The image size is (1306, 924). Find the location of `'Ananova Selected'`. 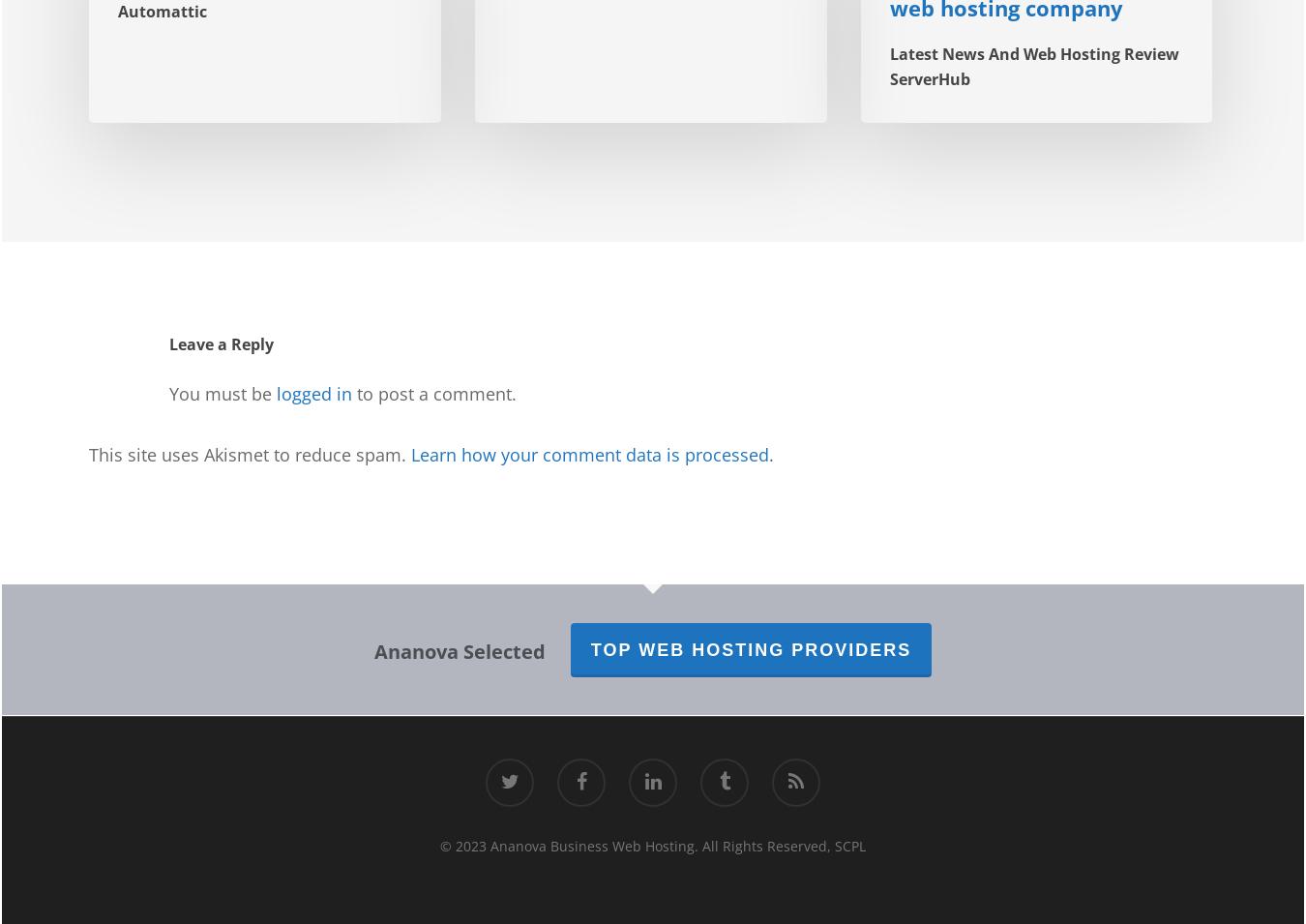

'Ananova Selected' is located at coordinates (458, 649).